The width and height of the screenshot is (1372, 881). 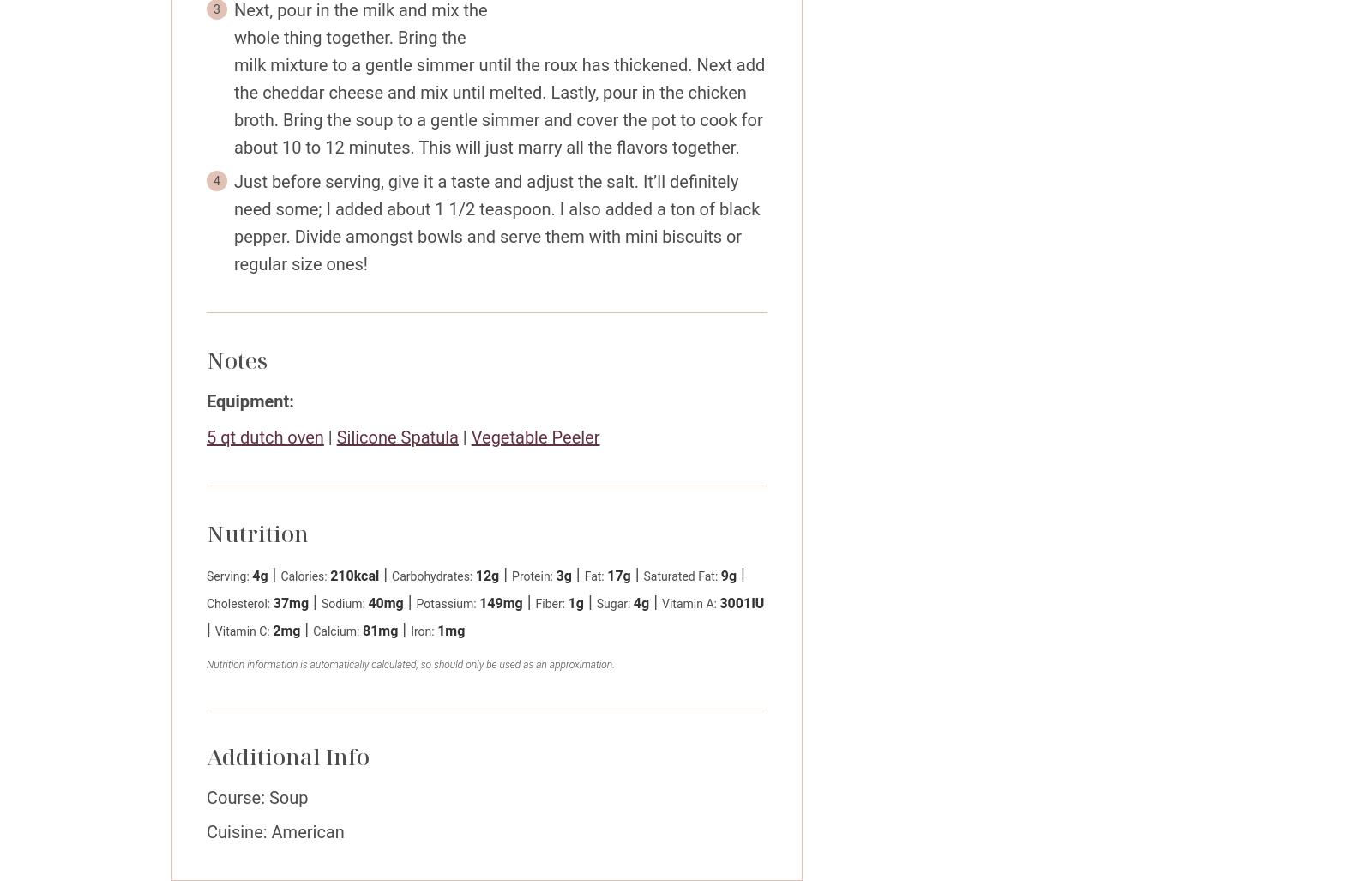 What do you see at coordinates (229, 575) in the screenshot?
I see `'Serving:'` at bounding box center [229, 575].